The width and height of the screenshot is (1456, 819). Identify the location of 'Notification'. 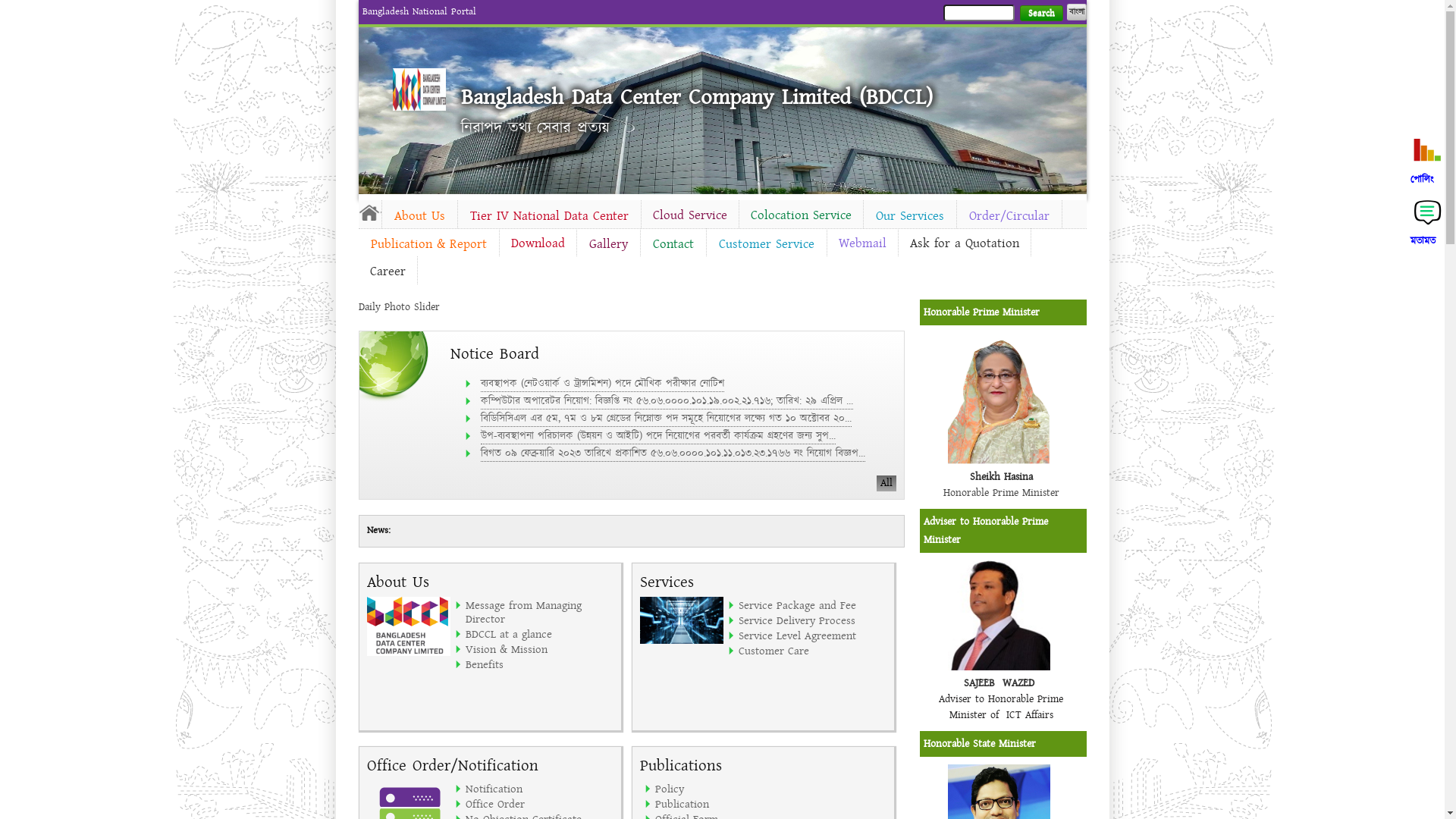
(539, 788).